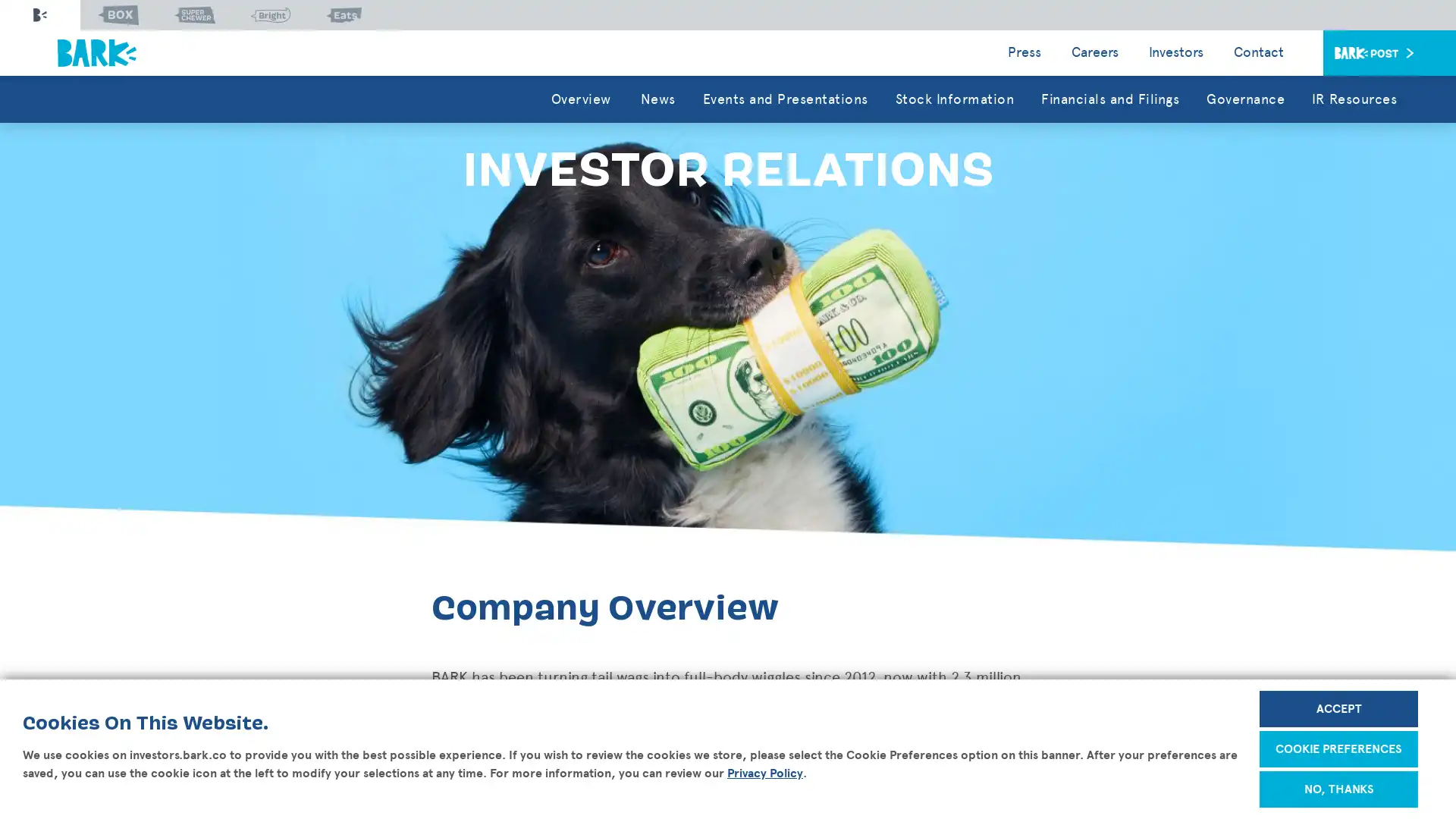 This screenshot has width=1456, height=819. I want to click on ACCEPT, so click(1338, 708).